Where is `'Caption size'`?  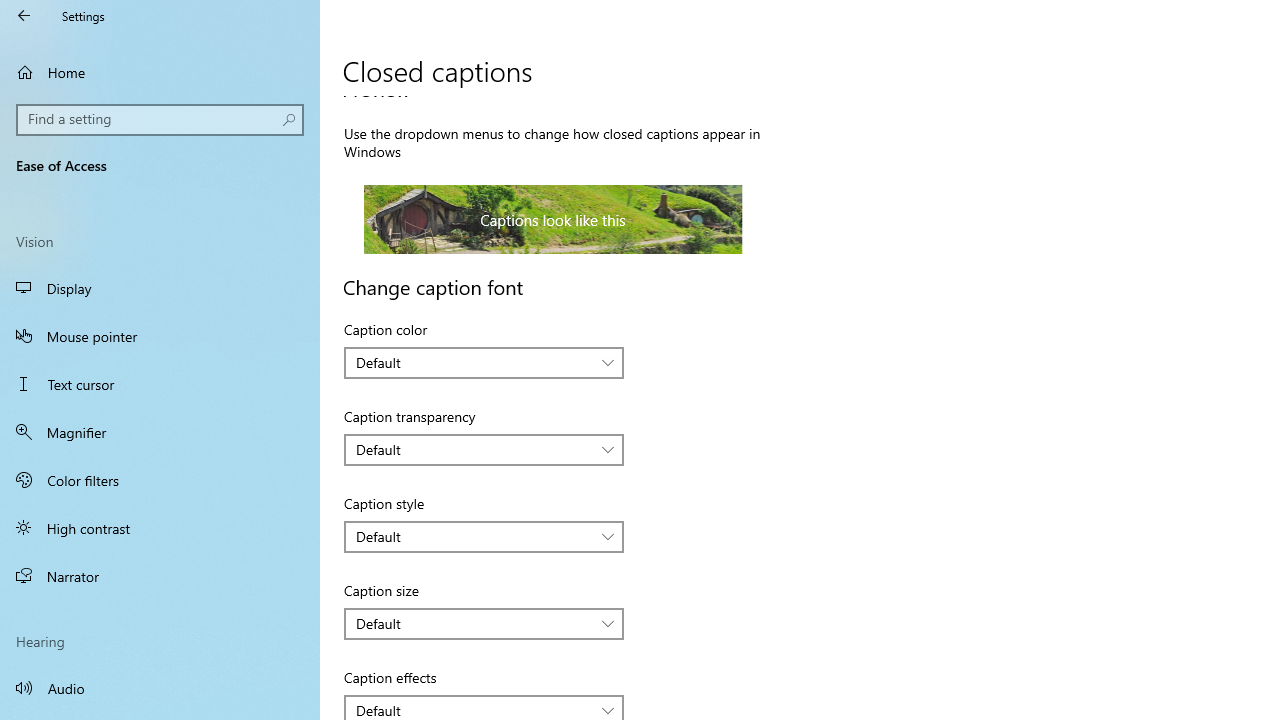
'Caption size' is located at coordinates (484, 622).